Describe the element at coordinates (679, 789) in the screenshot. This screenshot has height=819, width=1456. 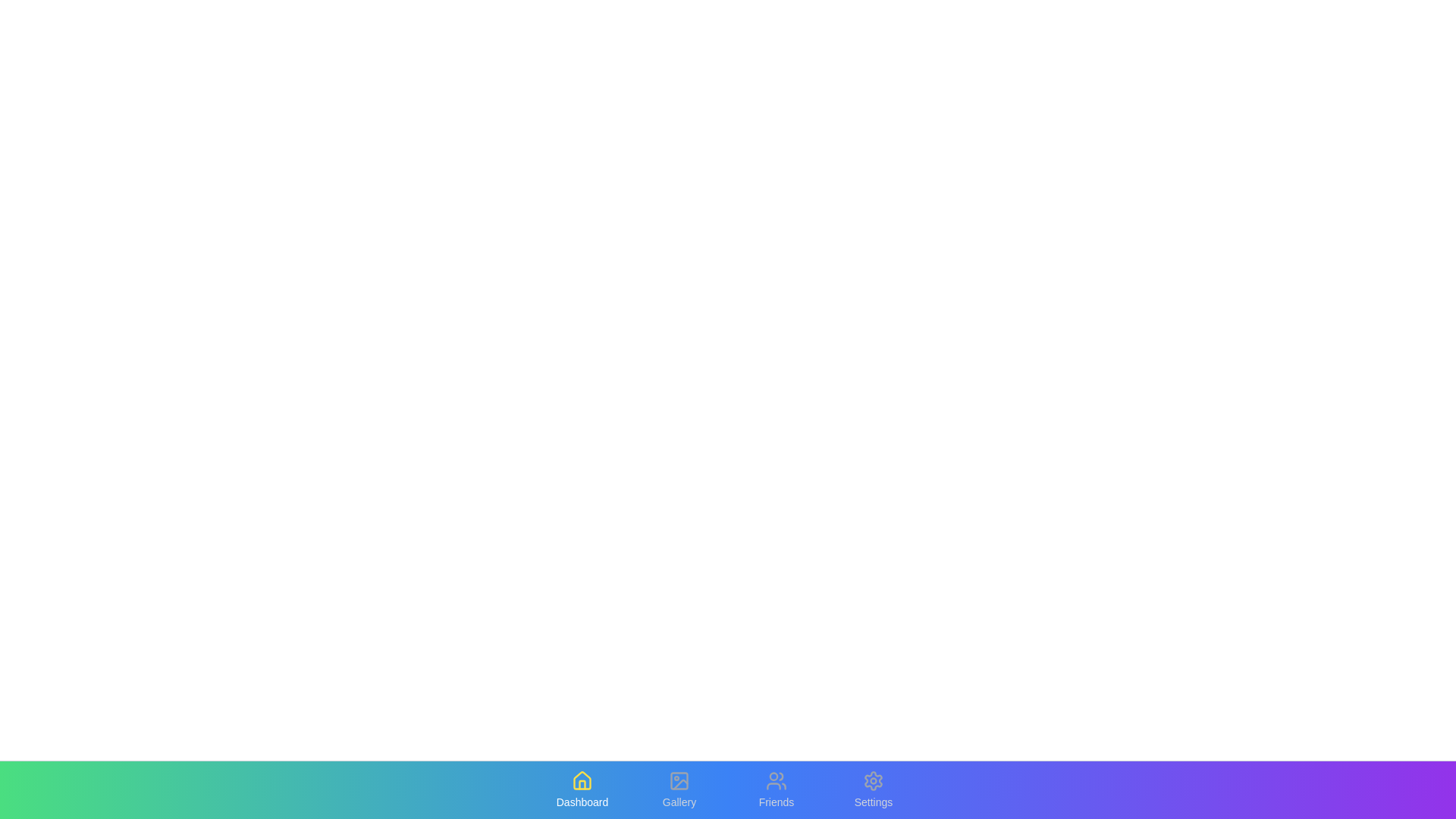
I see `the Gallery tab to observe the hover effect` at that location.